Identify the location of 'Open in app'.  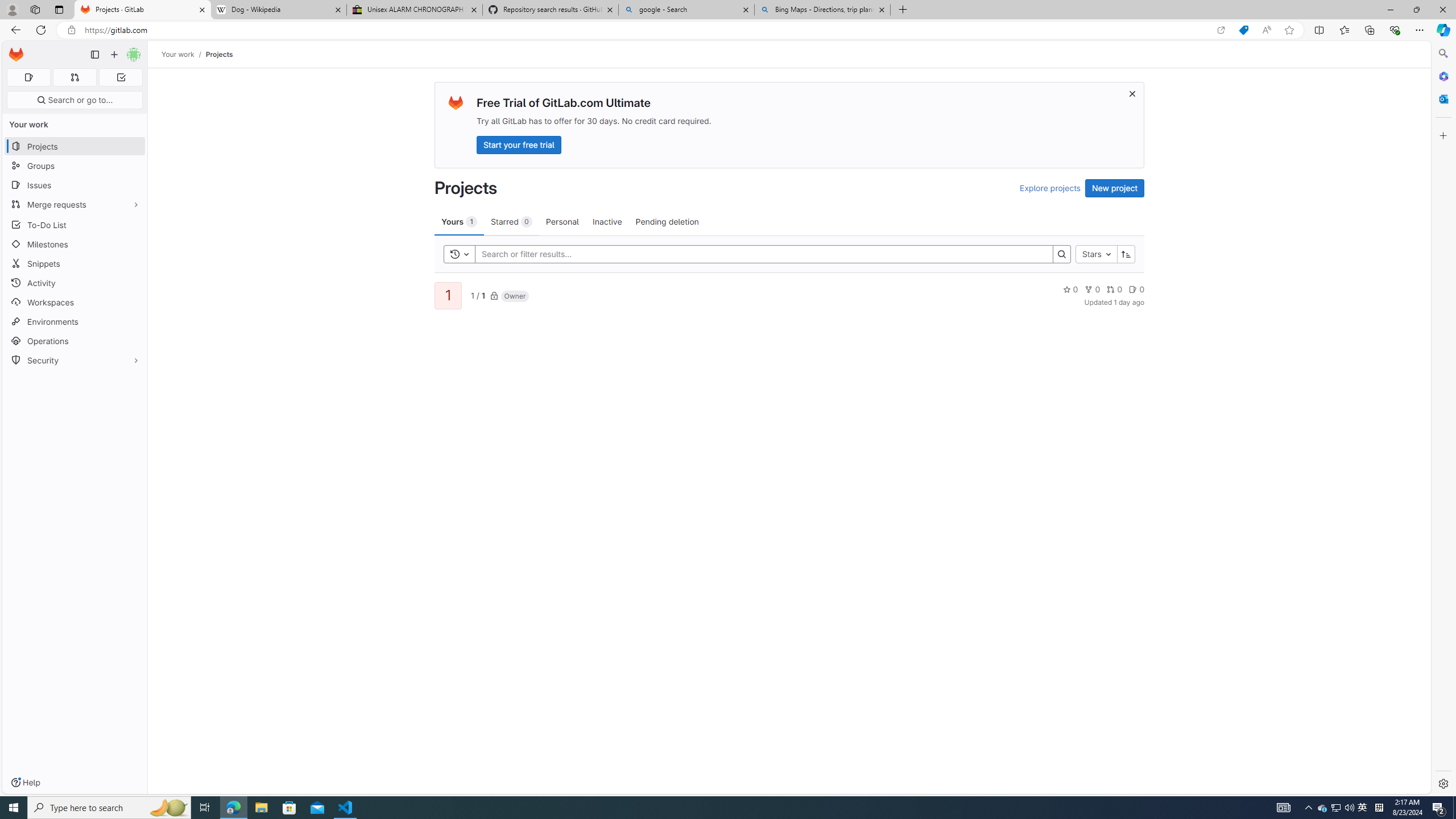
(1220, 30).